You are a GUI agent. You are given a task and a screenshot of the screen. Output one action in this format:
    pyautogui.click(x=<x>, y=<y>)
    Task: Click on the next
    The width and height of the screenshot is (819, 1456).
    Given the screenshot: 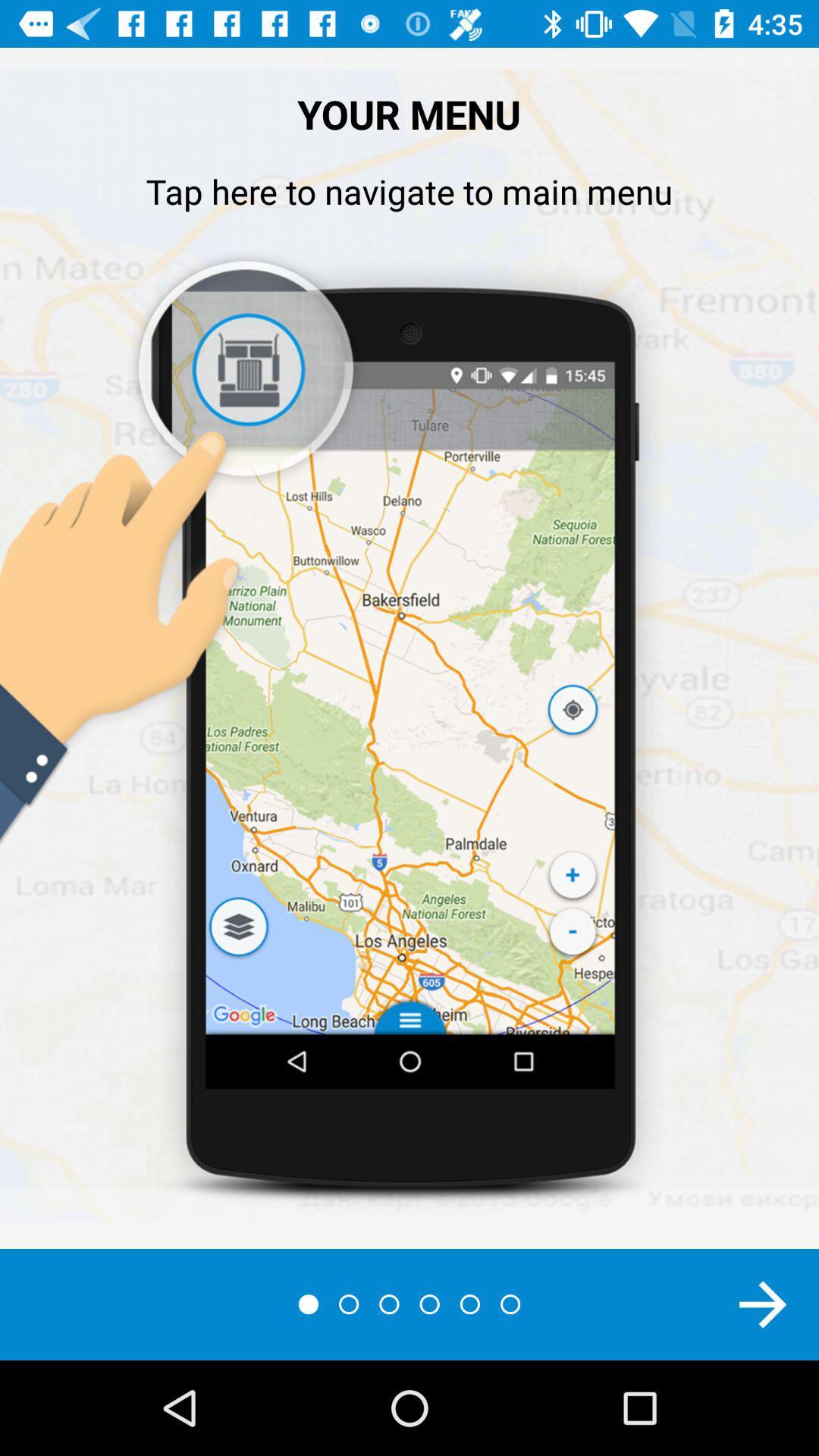 What is the action you would take?
    pyautogui.click(x=763, y=1304)
    